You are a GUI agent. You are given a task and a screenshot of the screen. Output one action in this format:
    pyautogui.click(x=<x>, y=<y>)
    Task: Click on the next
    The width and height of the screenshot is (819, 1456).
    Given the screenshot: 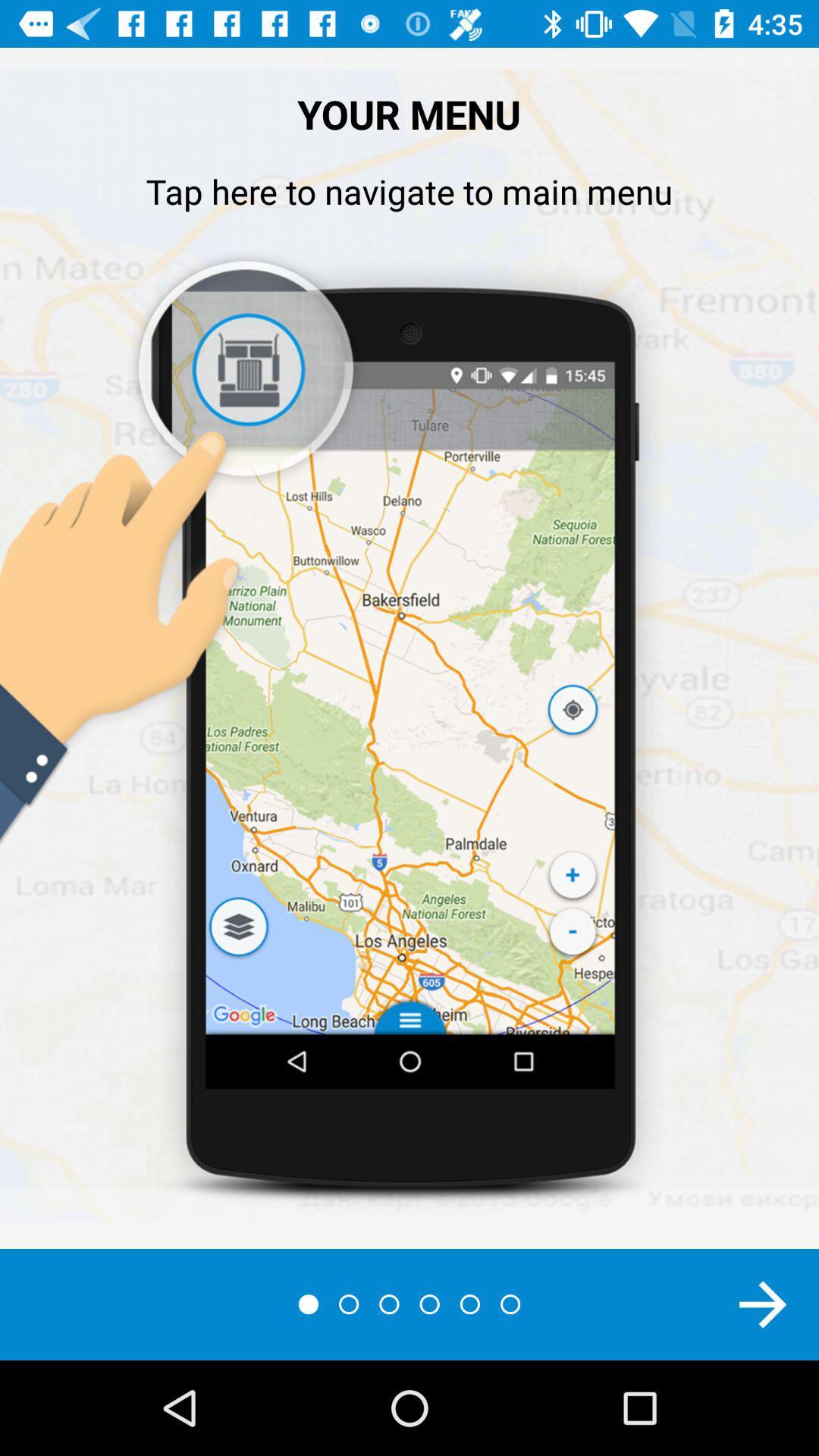 What is the action you would take?
    pyautogui.click(x=763, y=1304)
    